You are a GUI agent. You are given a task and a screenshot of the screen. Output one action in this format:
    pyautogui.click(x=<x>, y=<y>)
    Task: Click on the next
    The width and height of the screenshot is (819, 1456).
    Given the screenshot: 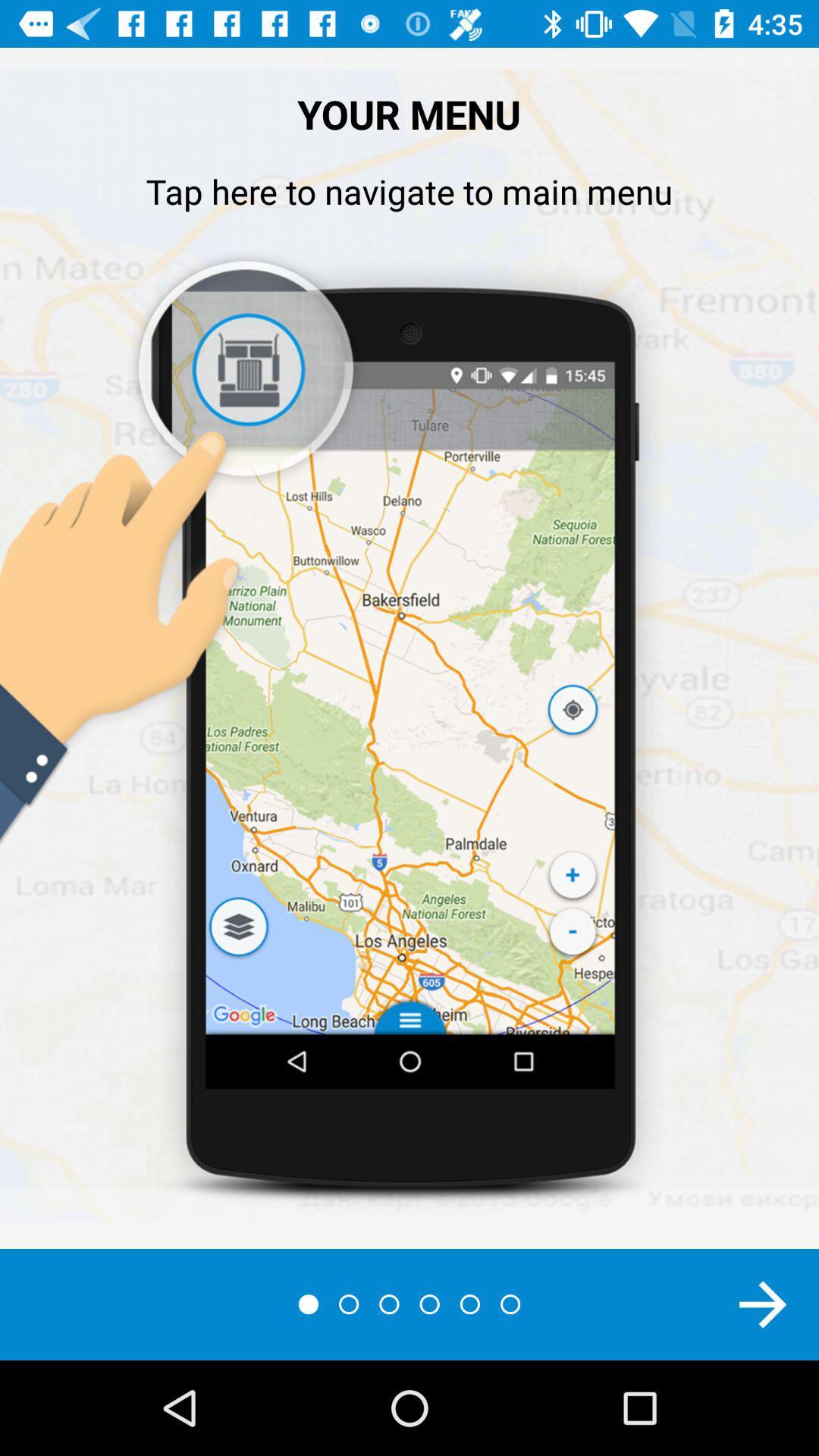 What is the action you would take?
    pyautogui.click(x=763, y=1304)
    